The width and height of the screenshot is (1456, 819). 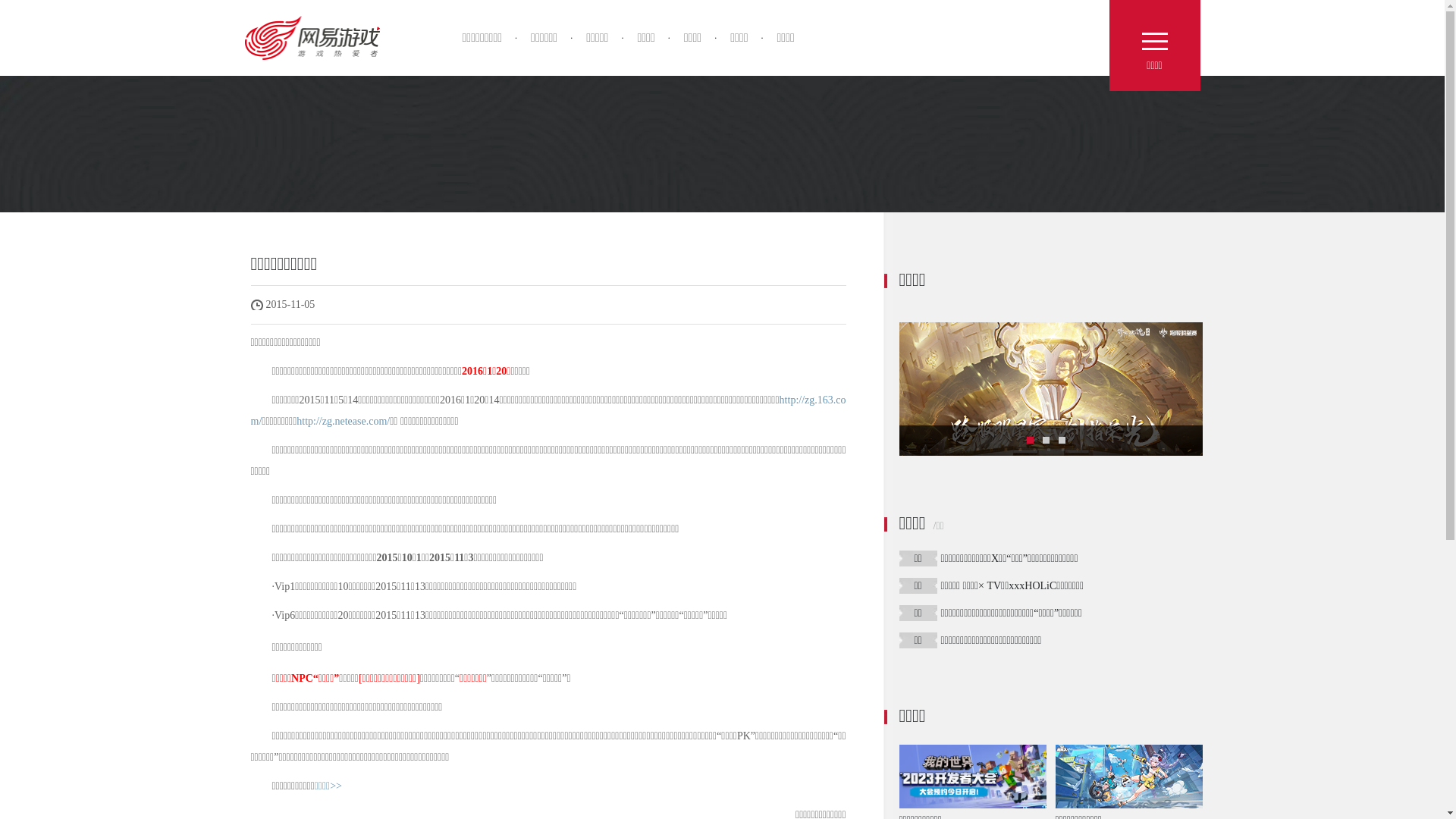 I want to click on 'http://zg.netease.com/', so click(x=342, y=421).